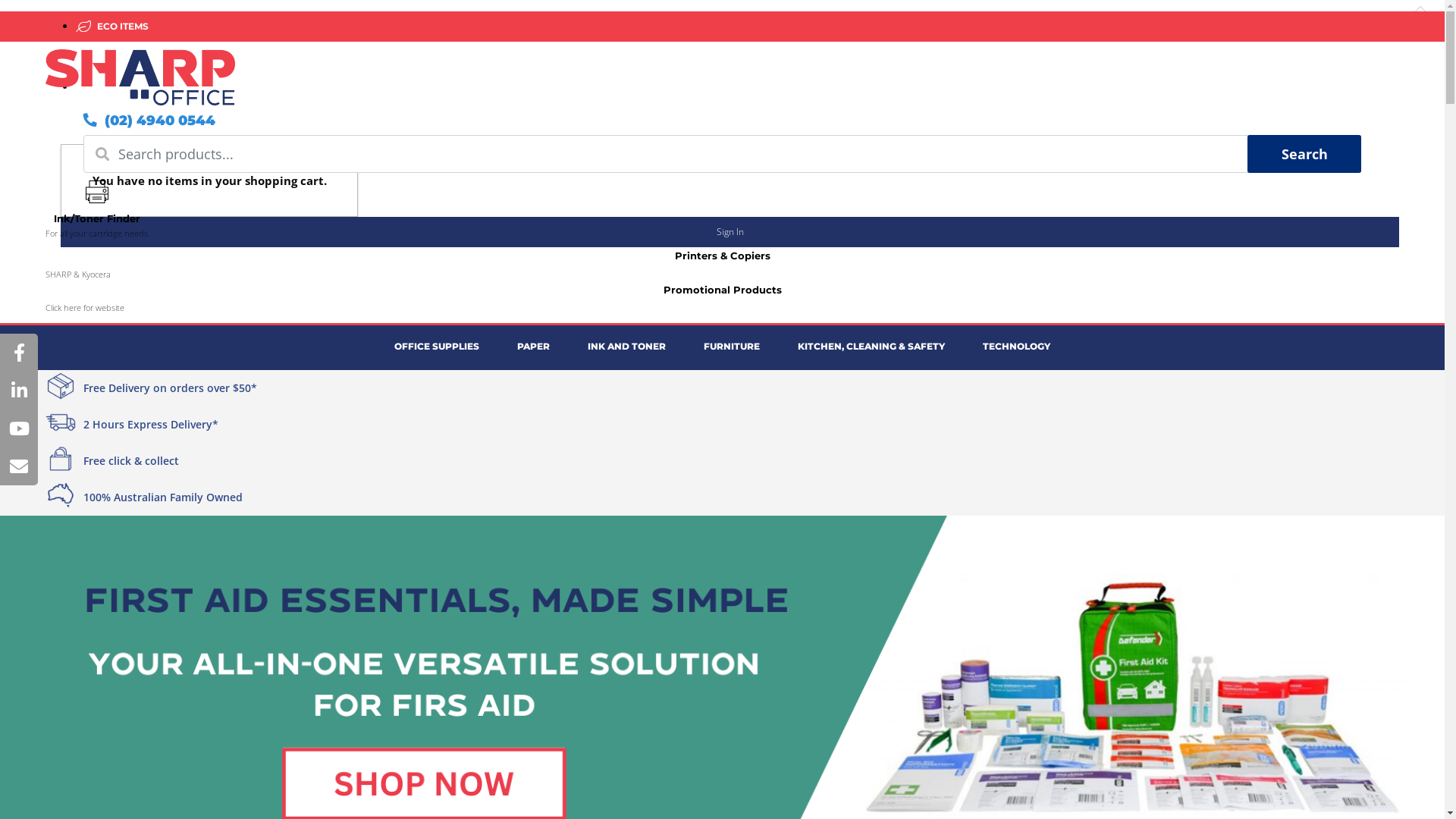 This screenshot has width=1456, height=819. Describe the element at coordinates (779, 346) in the screenshot. I see `'KITCHEN, CLEANING & SAFETY'` at that location.